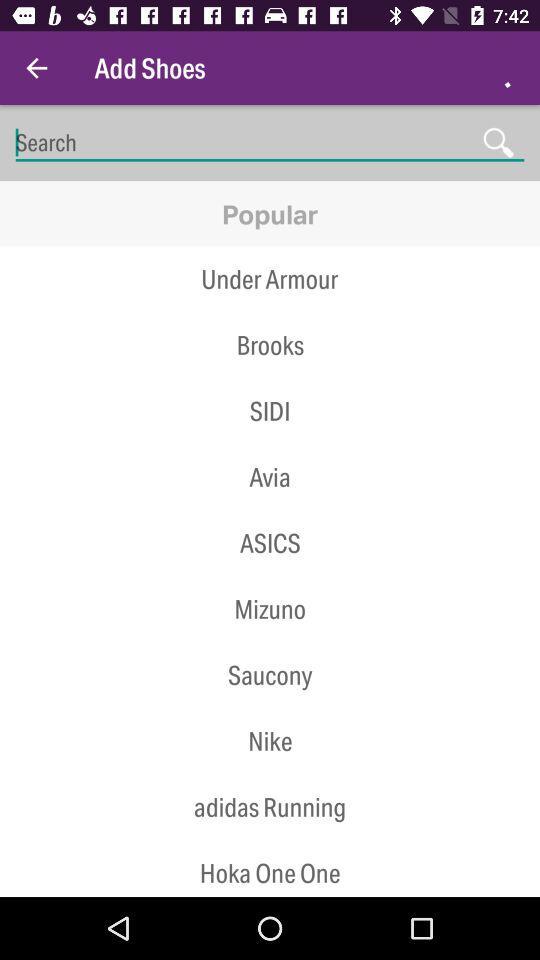 This screenshot has width=540, height=960. What do you see at coordinates (270, 410) in the screenshot?
I see `sidi icon` at bounding box center [270, 410].